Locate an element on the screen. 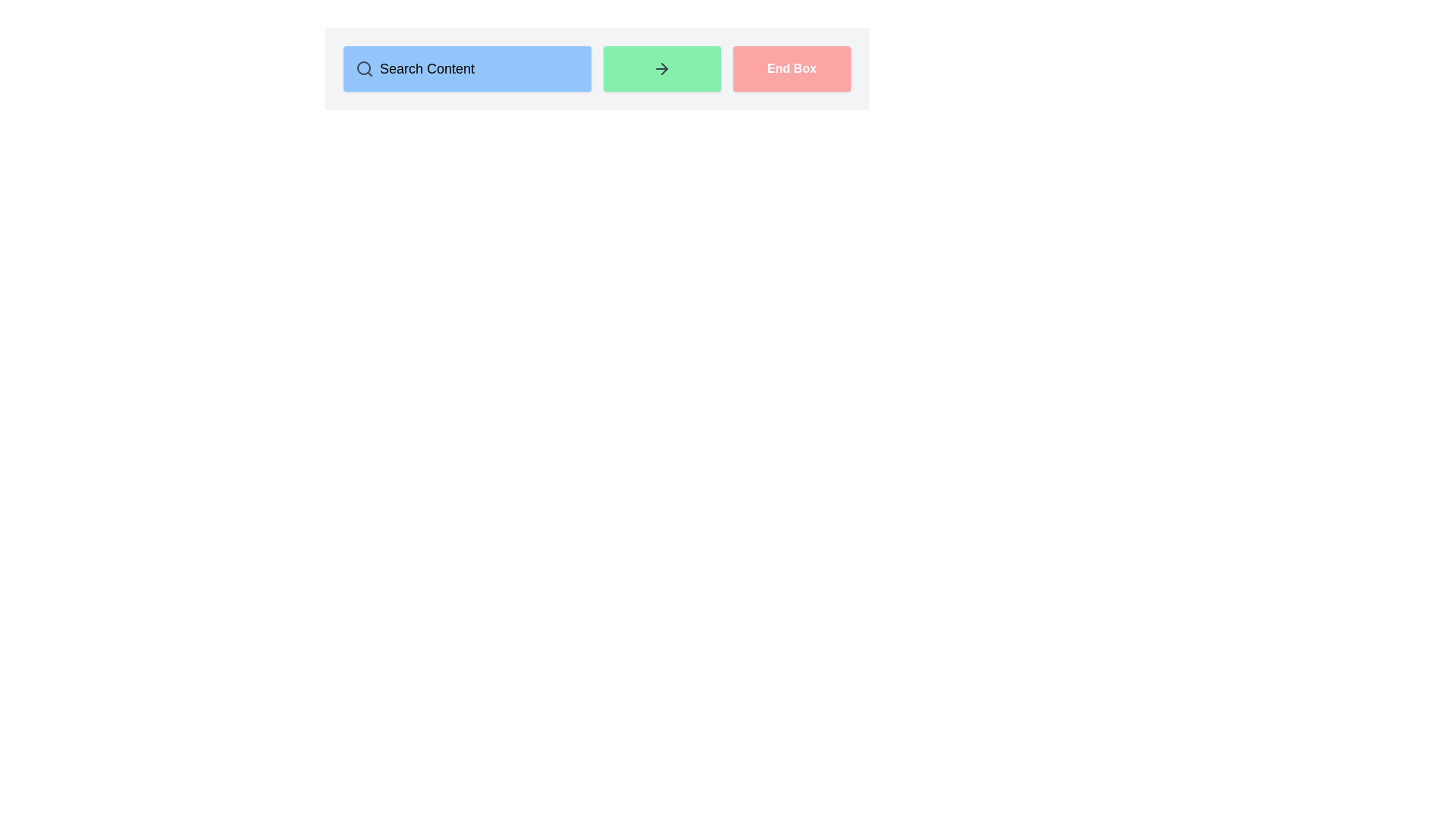 This screenshot has width=1456, height=819. the circular element located at the center of the magnifying glass icon, which is part of the 'Search Content' button is located at coordinates (364, 67).